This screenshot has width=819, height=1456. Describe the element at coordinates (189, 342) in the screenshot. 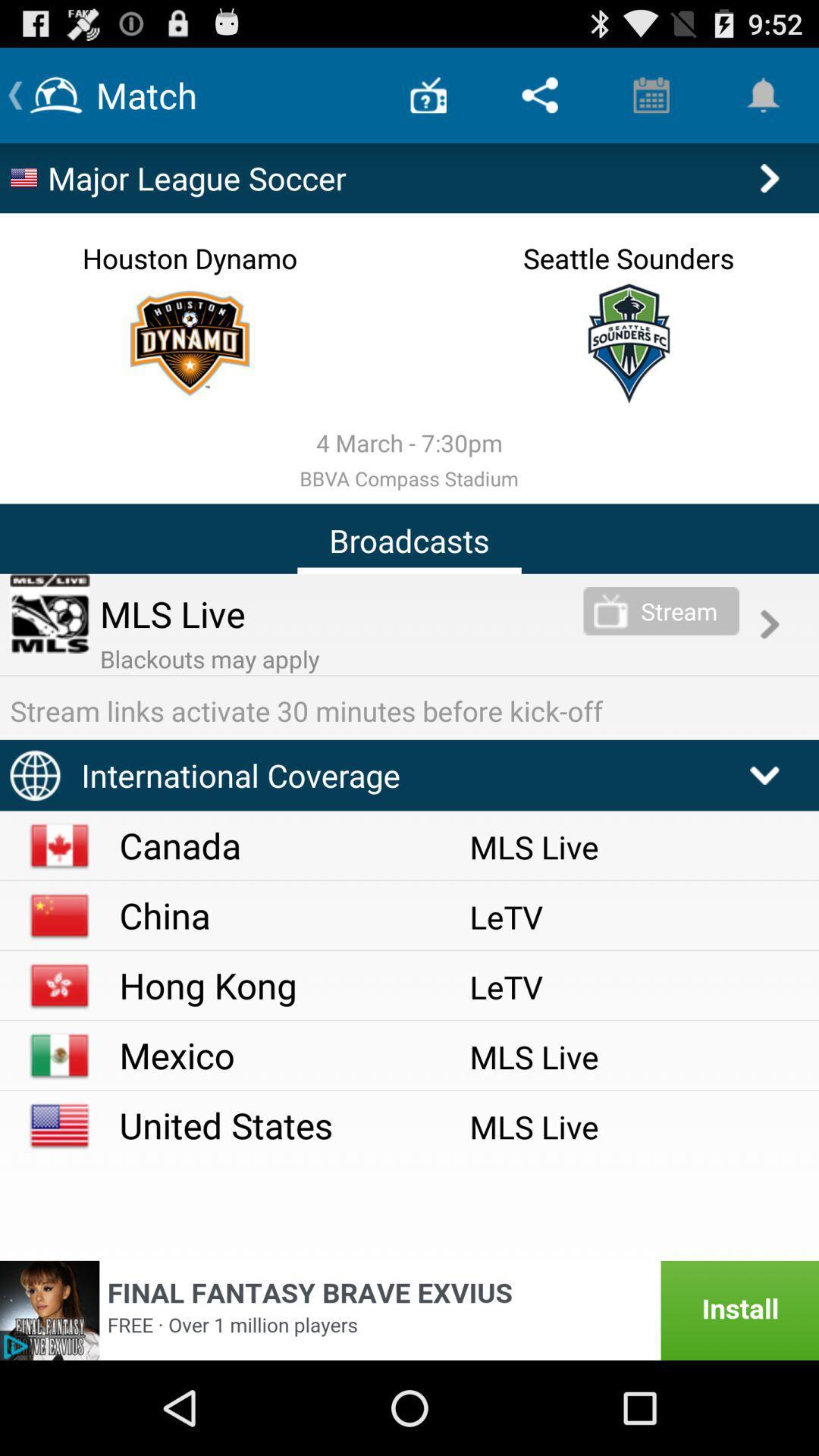

I see `logo of the dynamo team` at that location.